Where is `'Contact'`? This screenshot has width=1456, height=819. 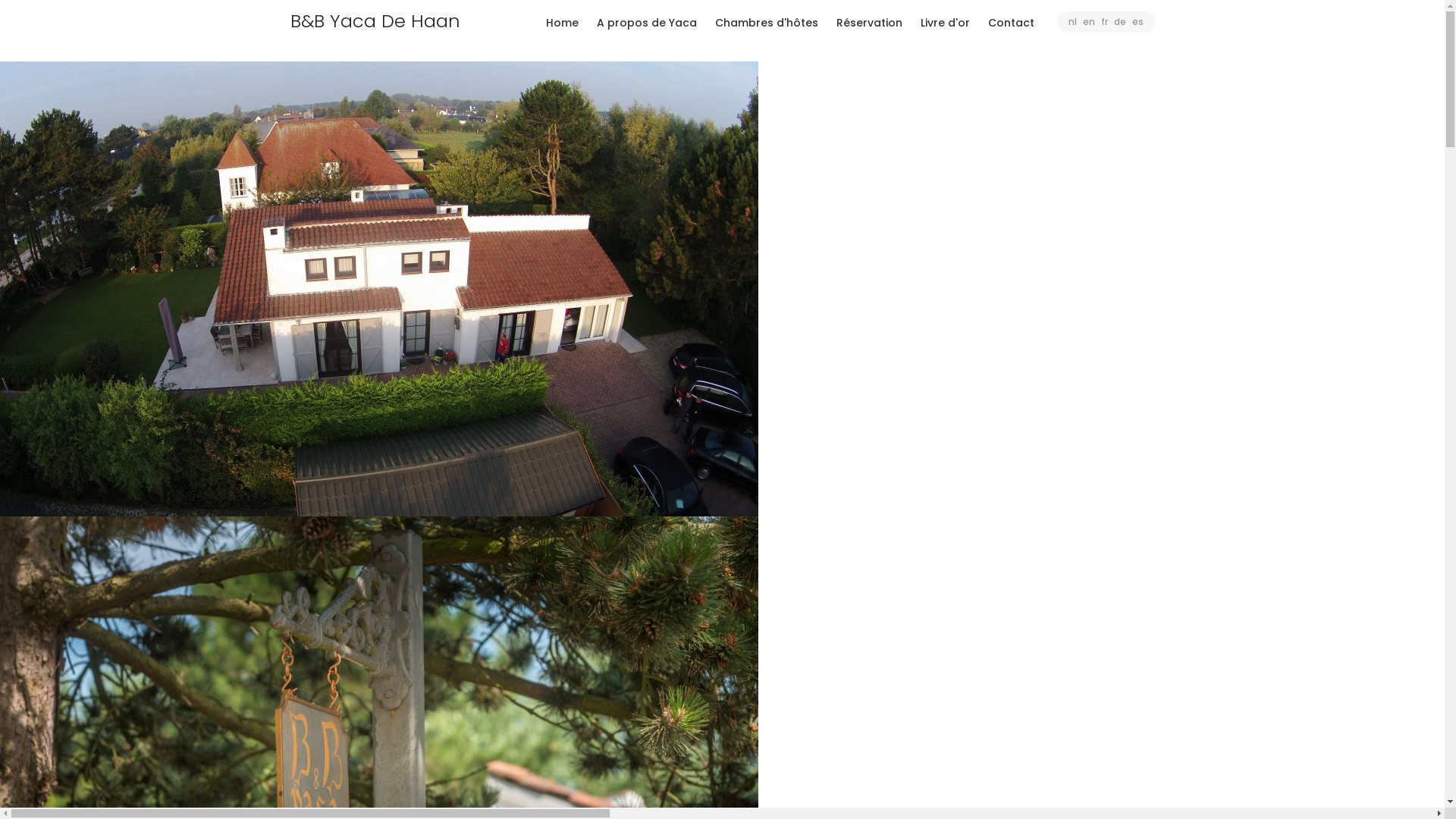 'Contact' is located at coordinates (979, 23).